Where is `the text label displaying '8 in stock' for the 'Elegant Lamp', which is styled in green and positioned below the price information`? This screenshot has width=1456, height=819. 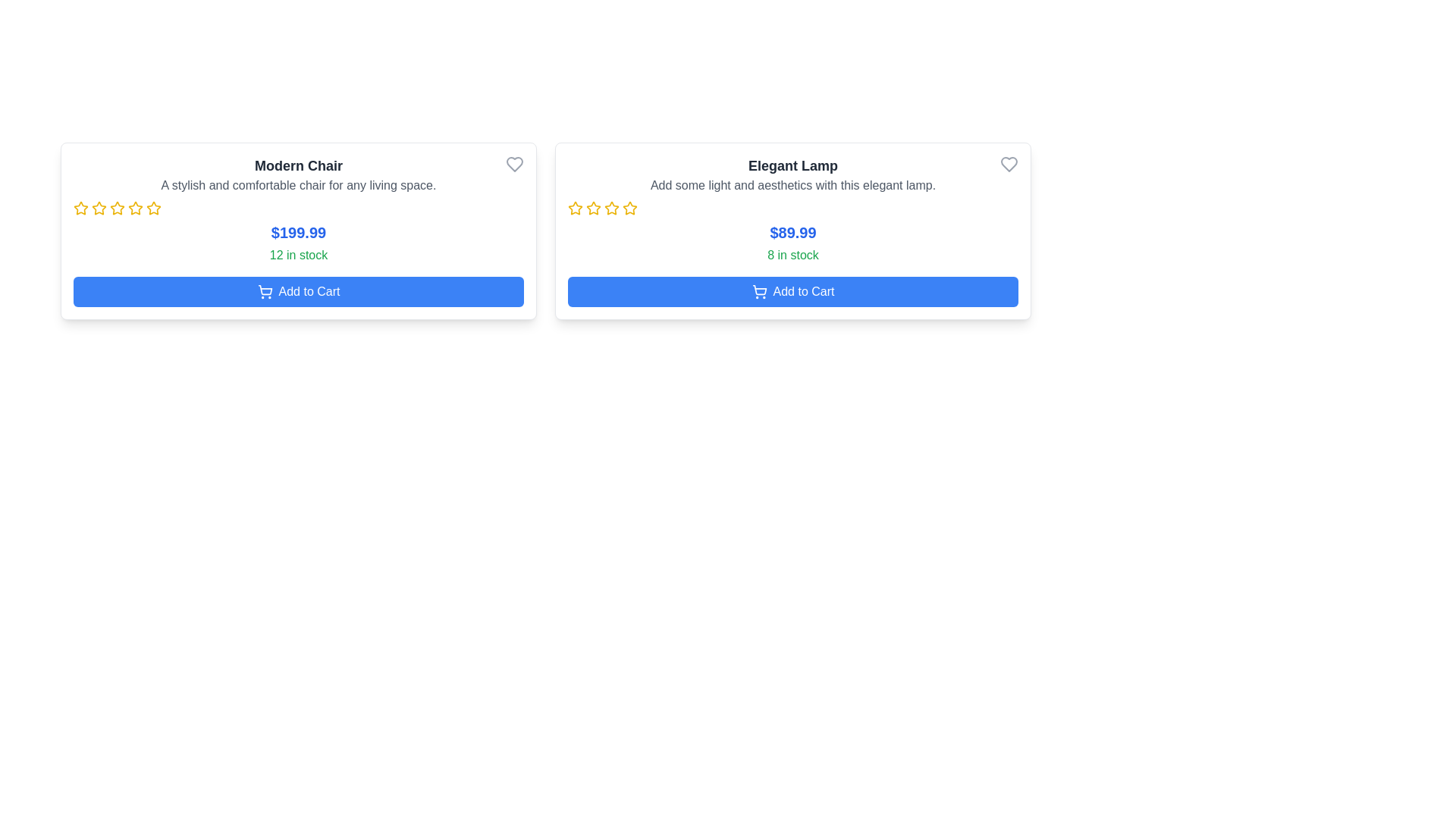
the text label displaying '8 in stock' for the 'Elegant Lamp', which is styled in green and positioned below the price information is located at coordinates (792, 254).